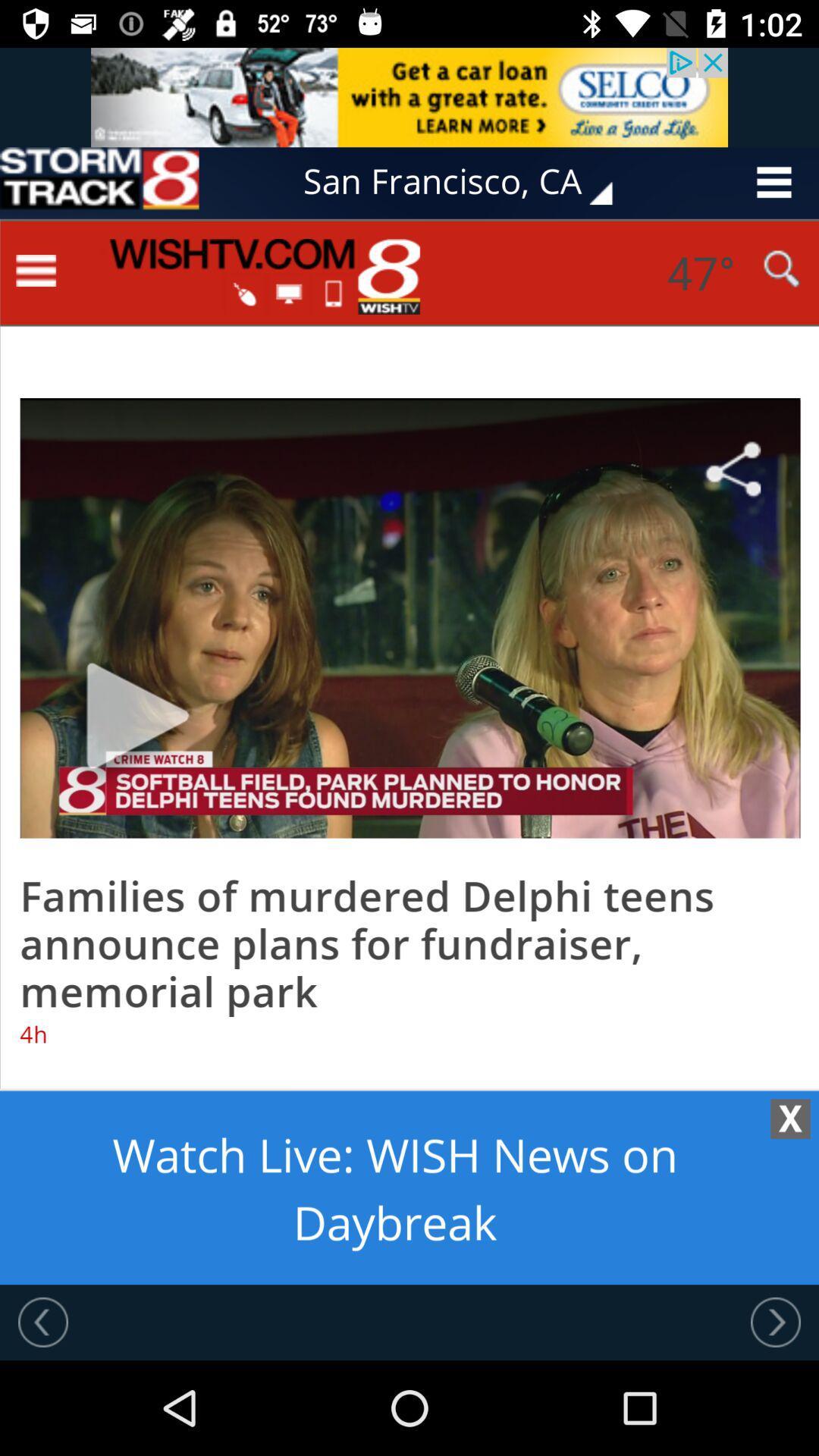 The image size is (819, 1456). Describe the element at coordinates (409, 752) in the screenshot. I see `make advertisement` at that location.